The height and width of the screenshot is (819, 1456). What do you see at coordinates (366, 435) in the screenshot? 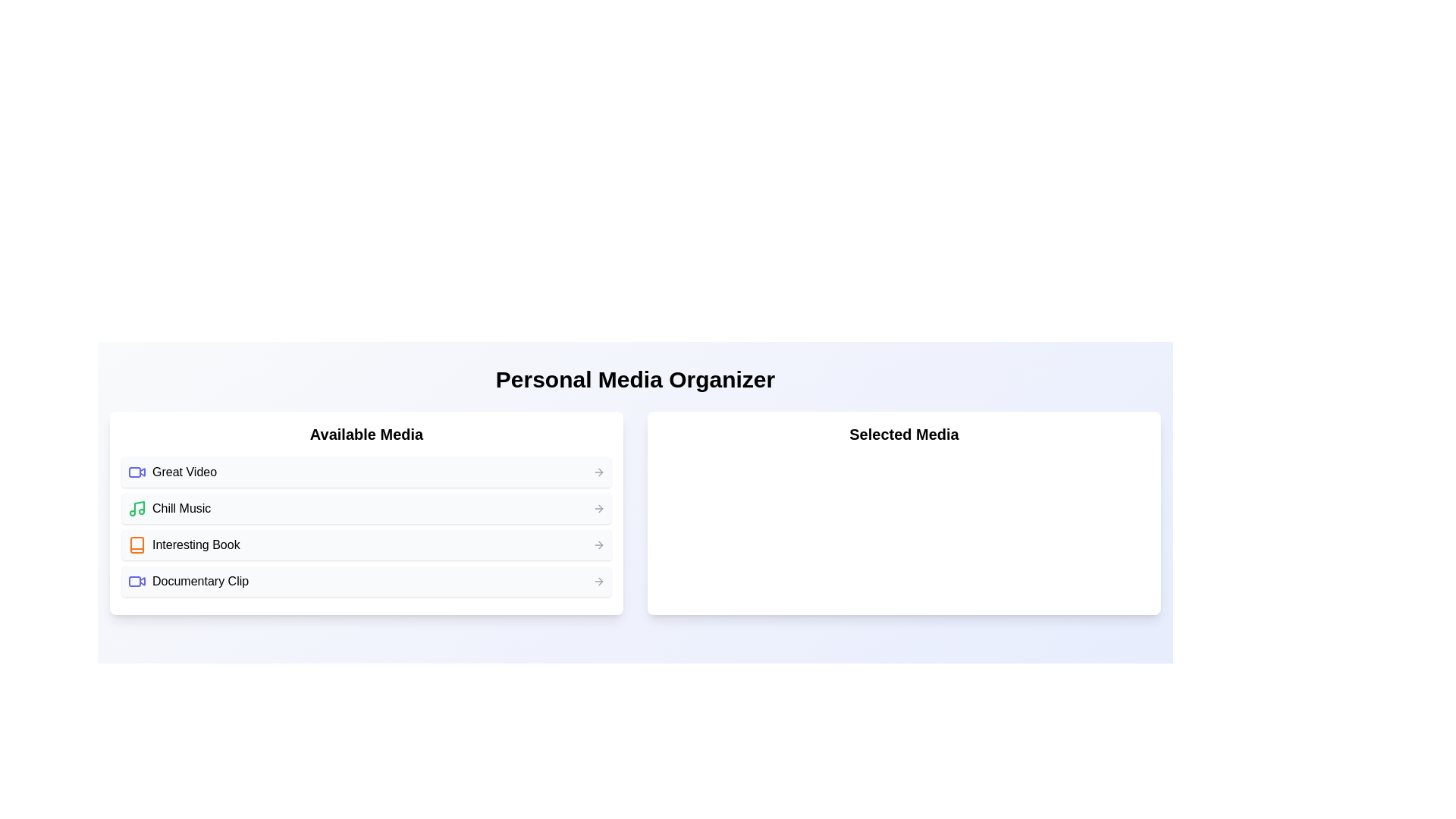
I see `the 'Available Media' section header, which is prominently displayed in bold text and centered above a list of items` at bounding box center [366, 435].